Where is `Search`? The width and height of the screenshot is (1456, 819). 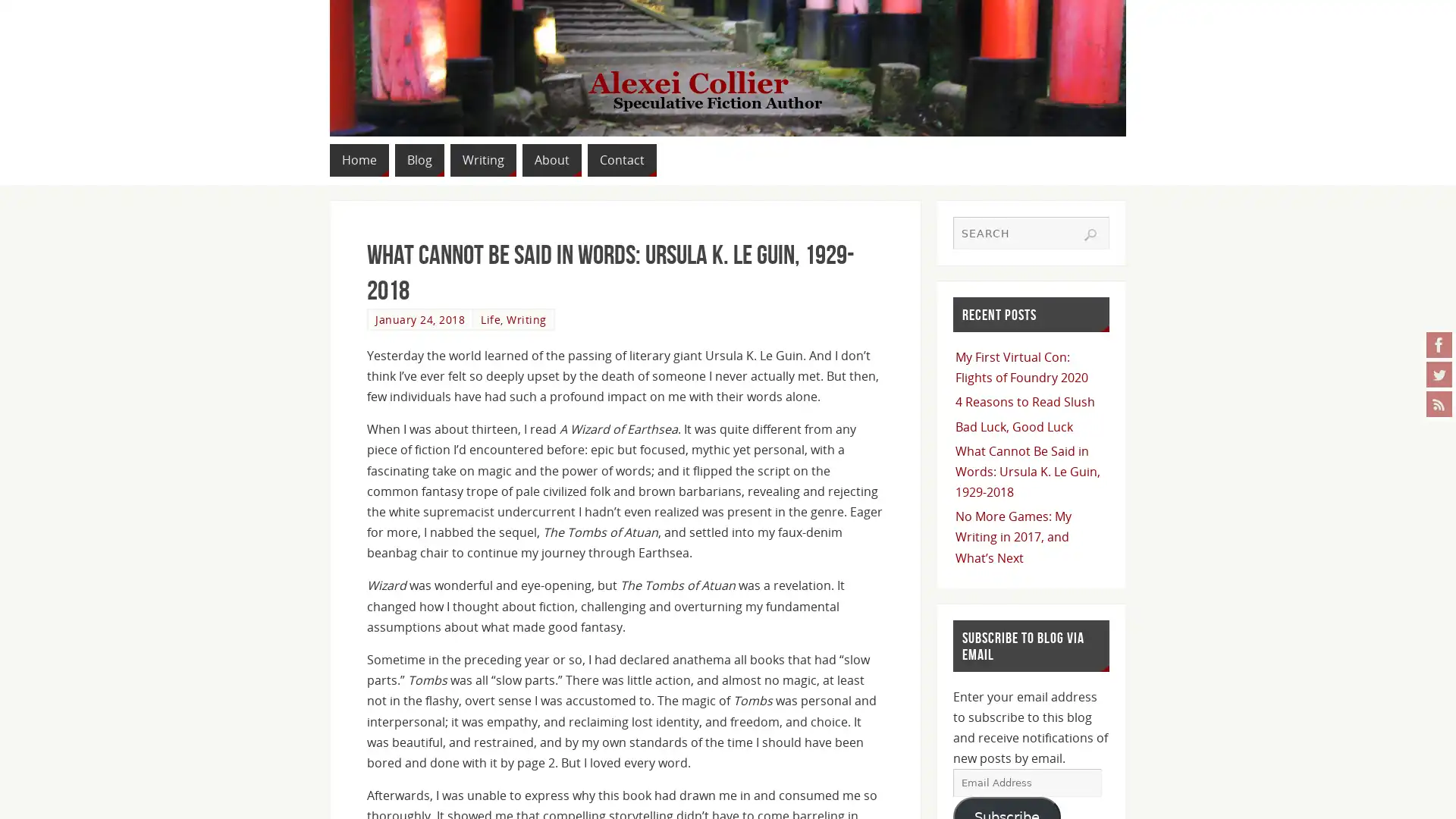
Search is located at coordinates (1090, 234).